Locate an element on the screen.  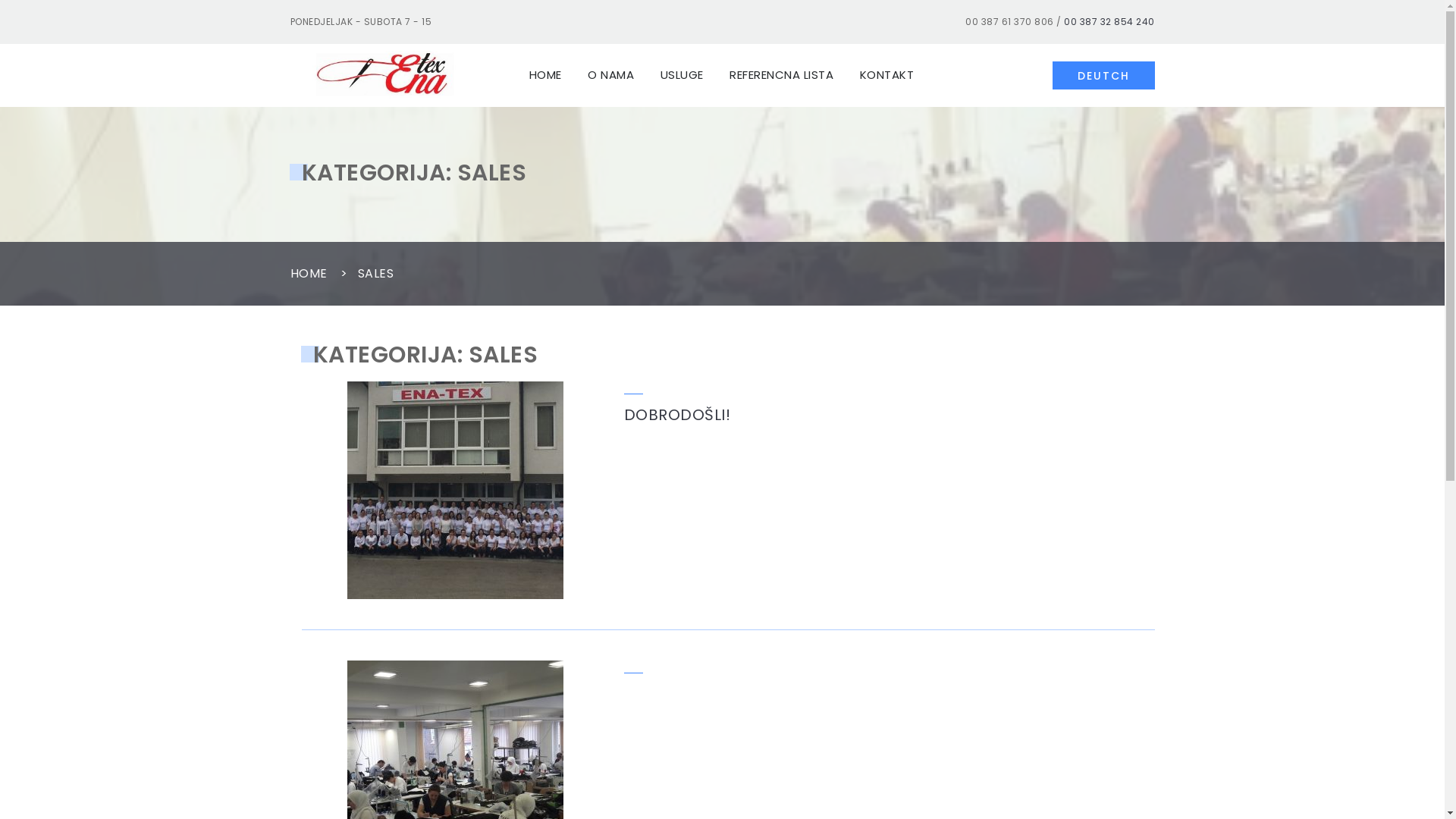
'KONTAKT' is located at coordinates (847, 75).